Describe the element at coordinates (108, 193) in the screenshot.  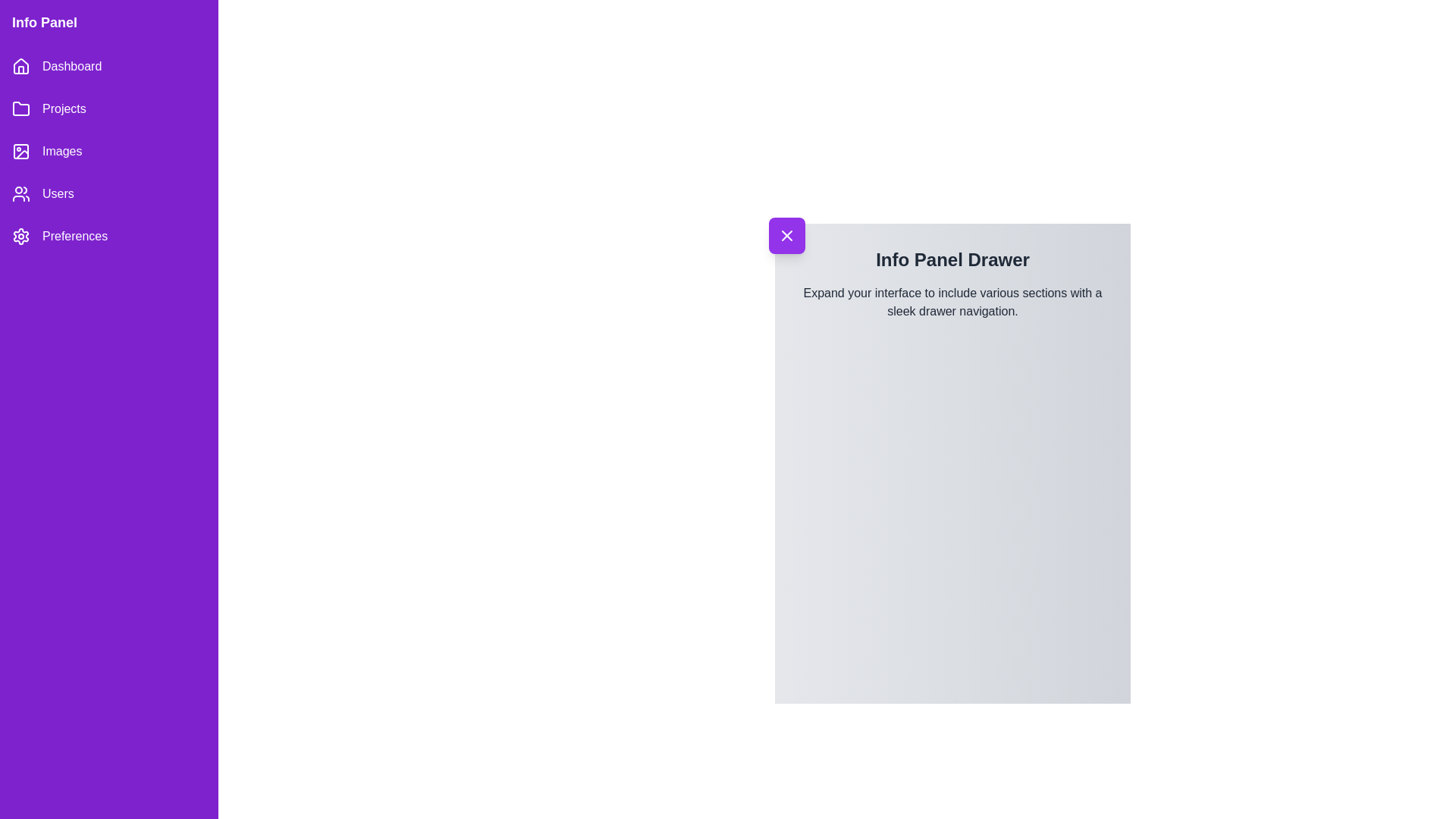
I see `the menu item Users to navigate` at that location.